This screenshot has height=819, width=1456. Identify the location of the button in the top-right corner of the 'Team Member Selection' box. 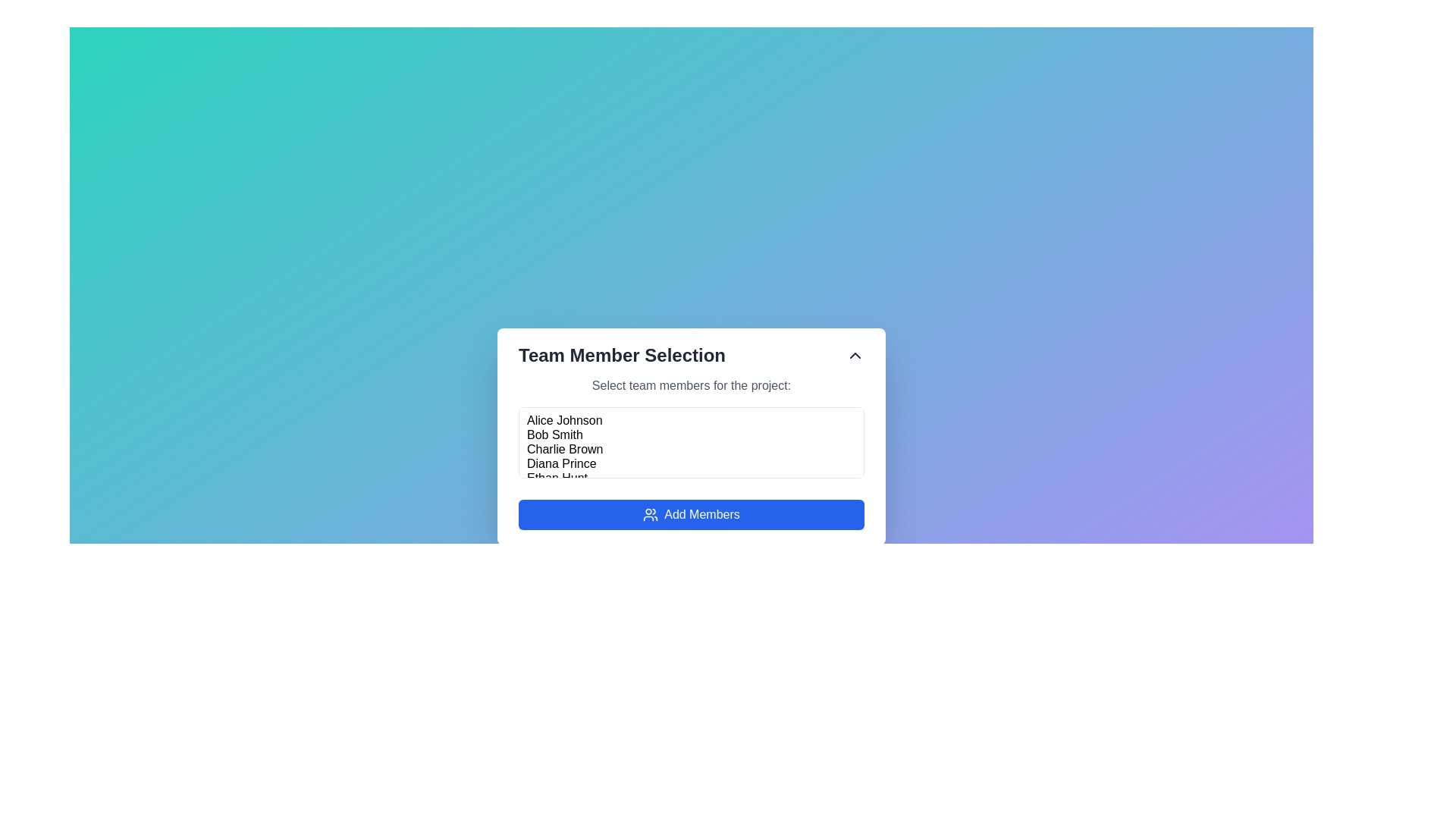
(855, 354).